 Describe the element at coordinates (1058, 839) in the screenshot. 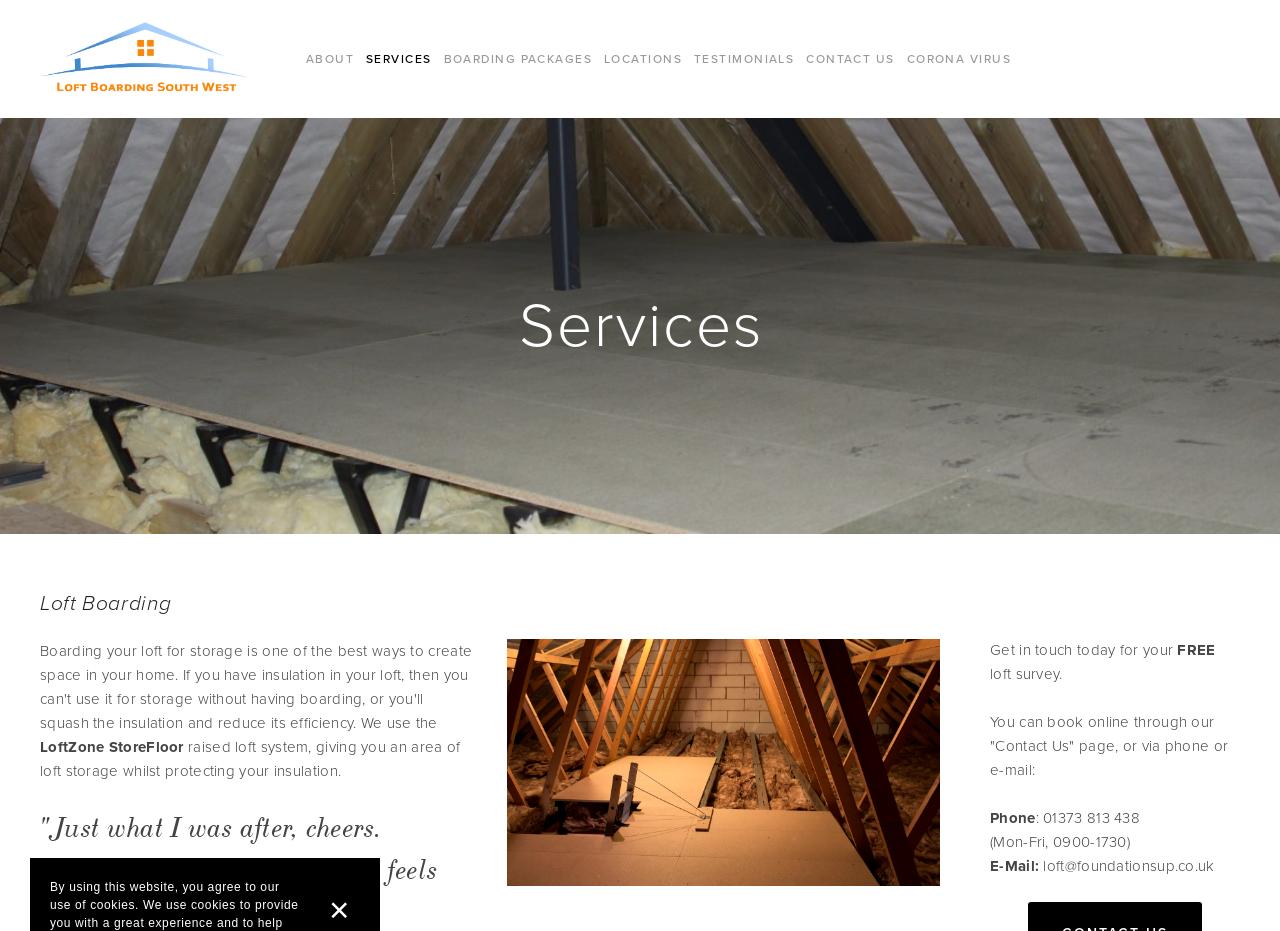

I see `'(Mon-Fri, 0900-1730)'` at that location.